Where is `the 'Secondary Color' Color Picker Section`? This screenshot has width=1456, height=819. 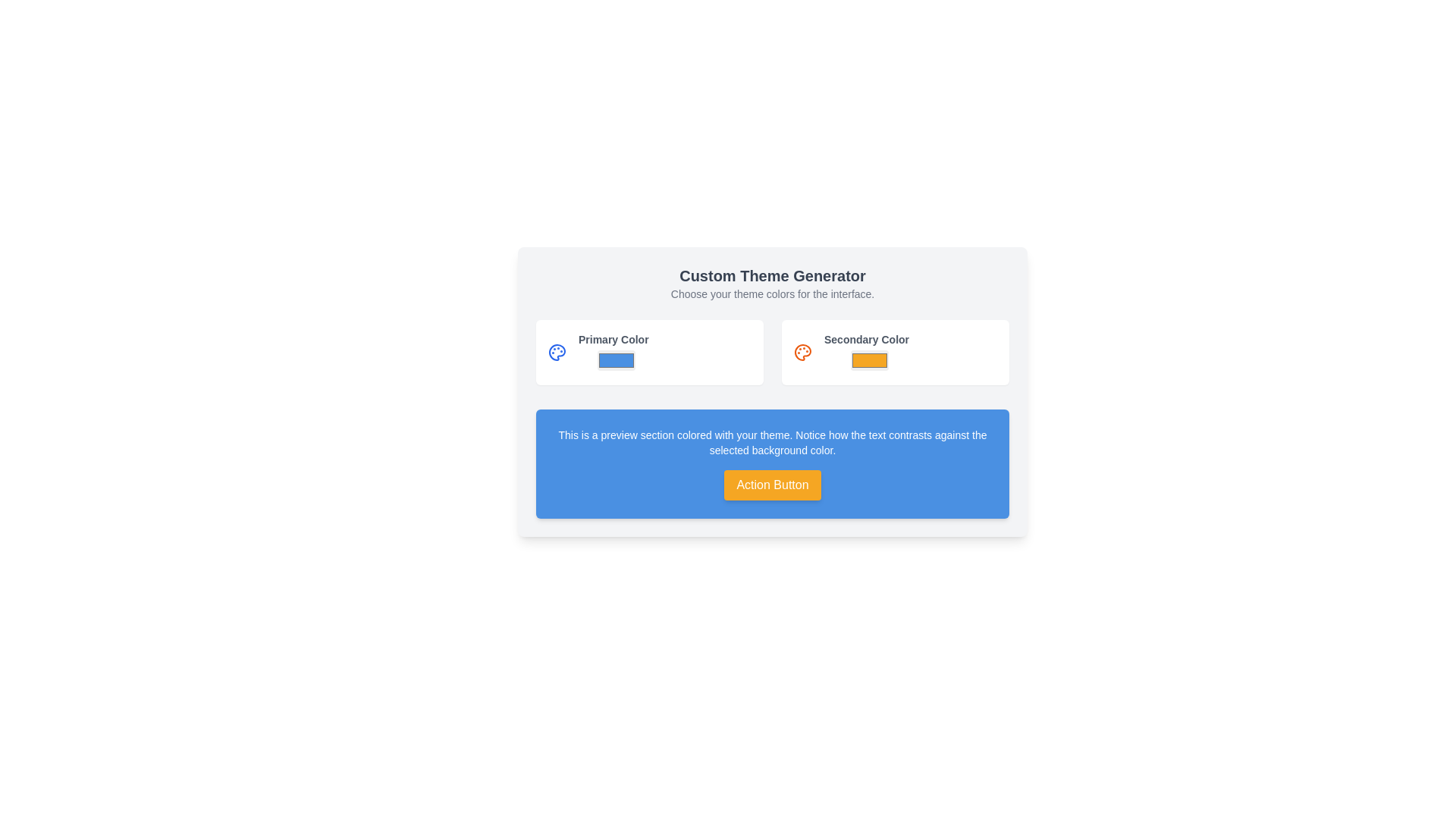 the 'Secondary Color' Color Picker Section is located at coordinates (895, 353).